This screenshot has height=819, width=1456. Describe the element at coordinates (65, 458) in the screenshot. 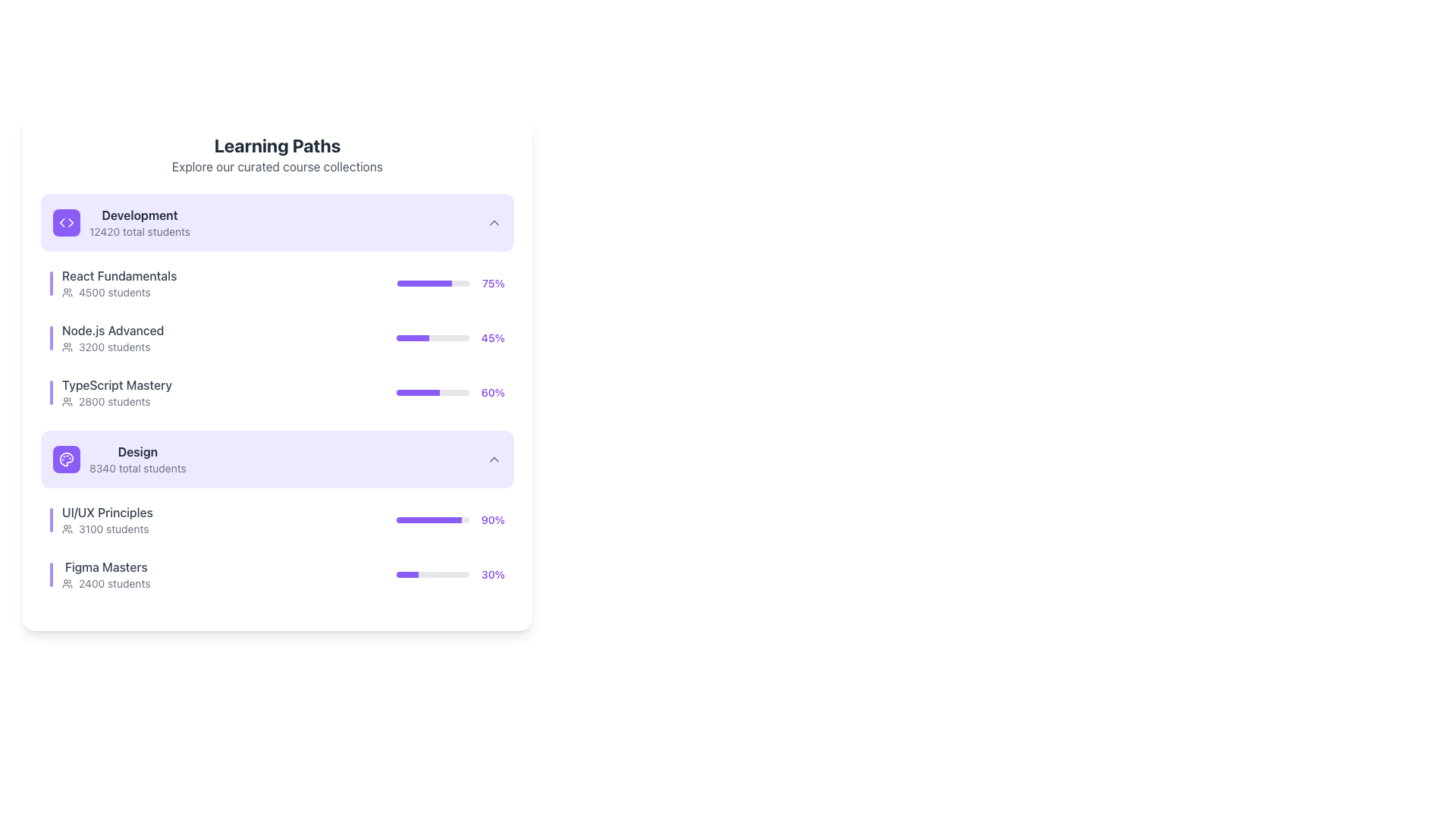

I see `the palette icon with a violet background and white foreground located in the 'Design' category, positioned to the left of the text 'Design'` at that location.